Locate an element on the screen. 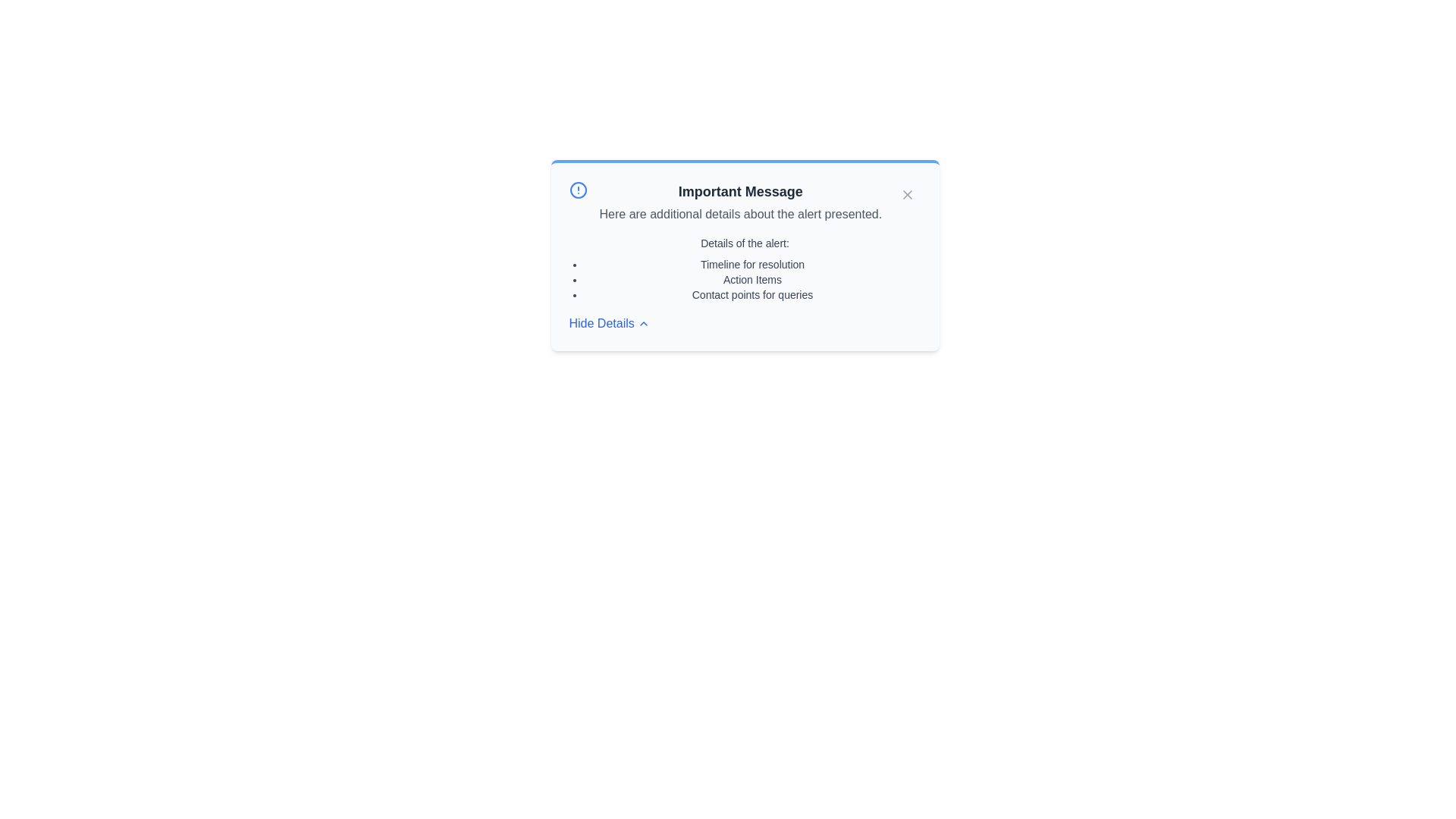 The height and width of the screenshot is (819, 1456). the circular alert icon with a blue outline located at the top left corner of the alert dialog box, adjacent to the text 'Important Message' is located at coordinates (577, 189).